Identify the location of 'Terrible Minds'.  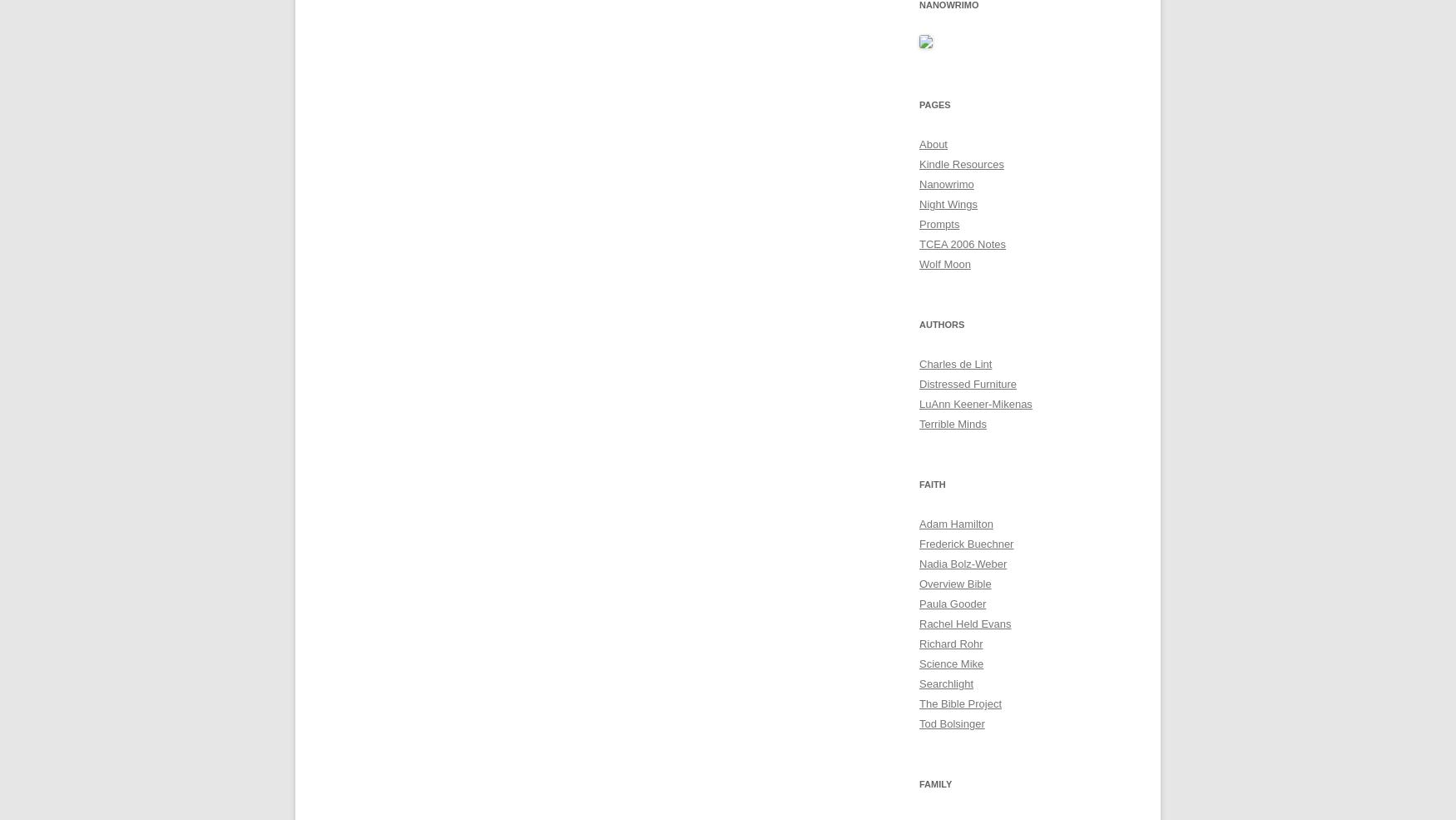
(952, 424).